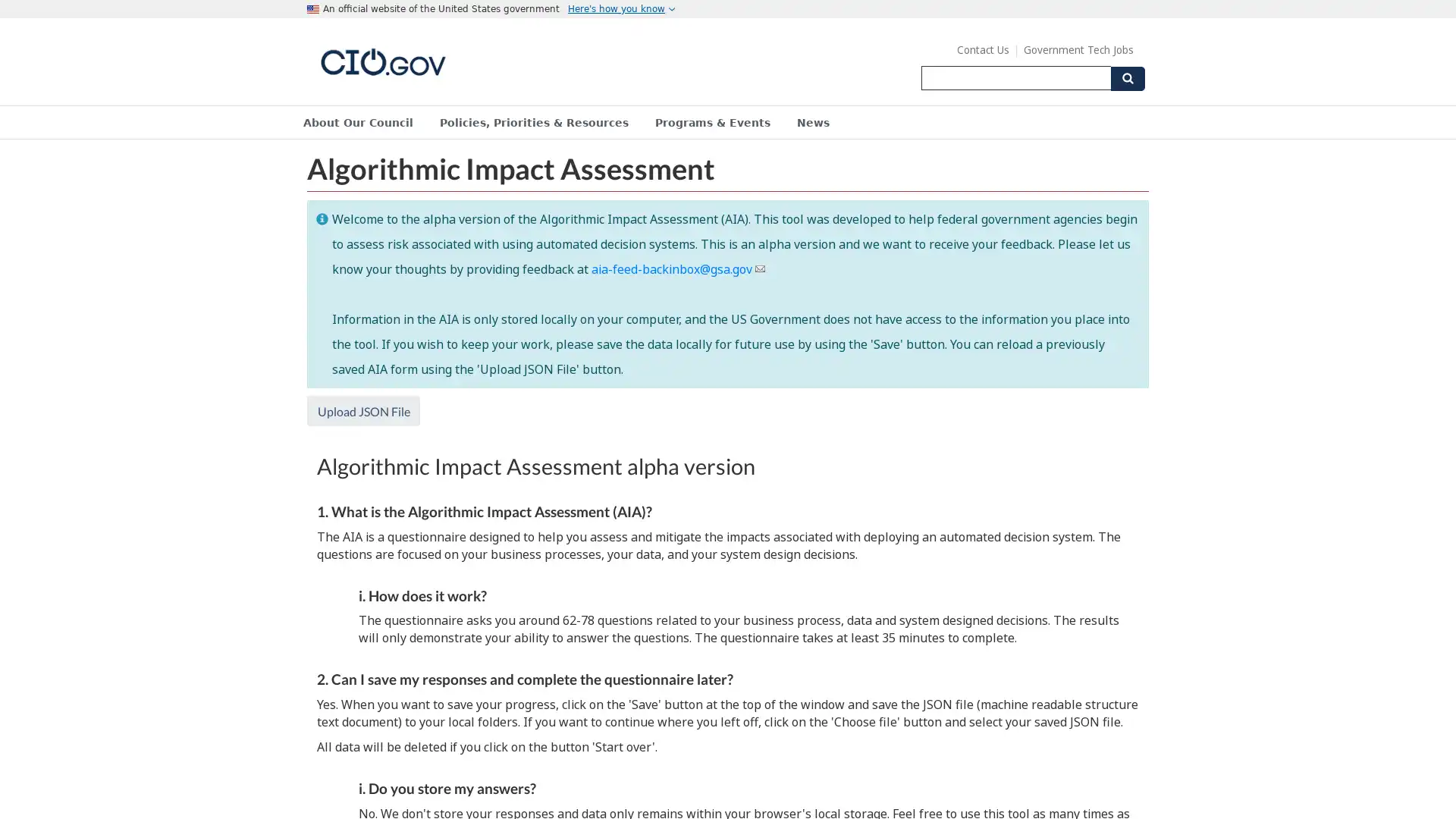 The image size is (1456, 819). What do you see at coordinates (1128, 78) in the screenshot?
I see `Search Submit` at bounding box center [1128, 78].